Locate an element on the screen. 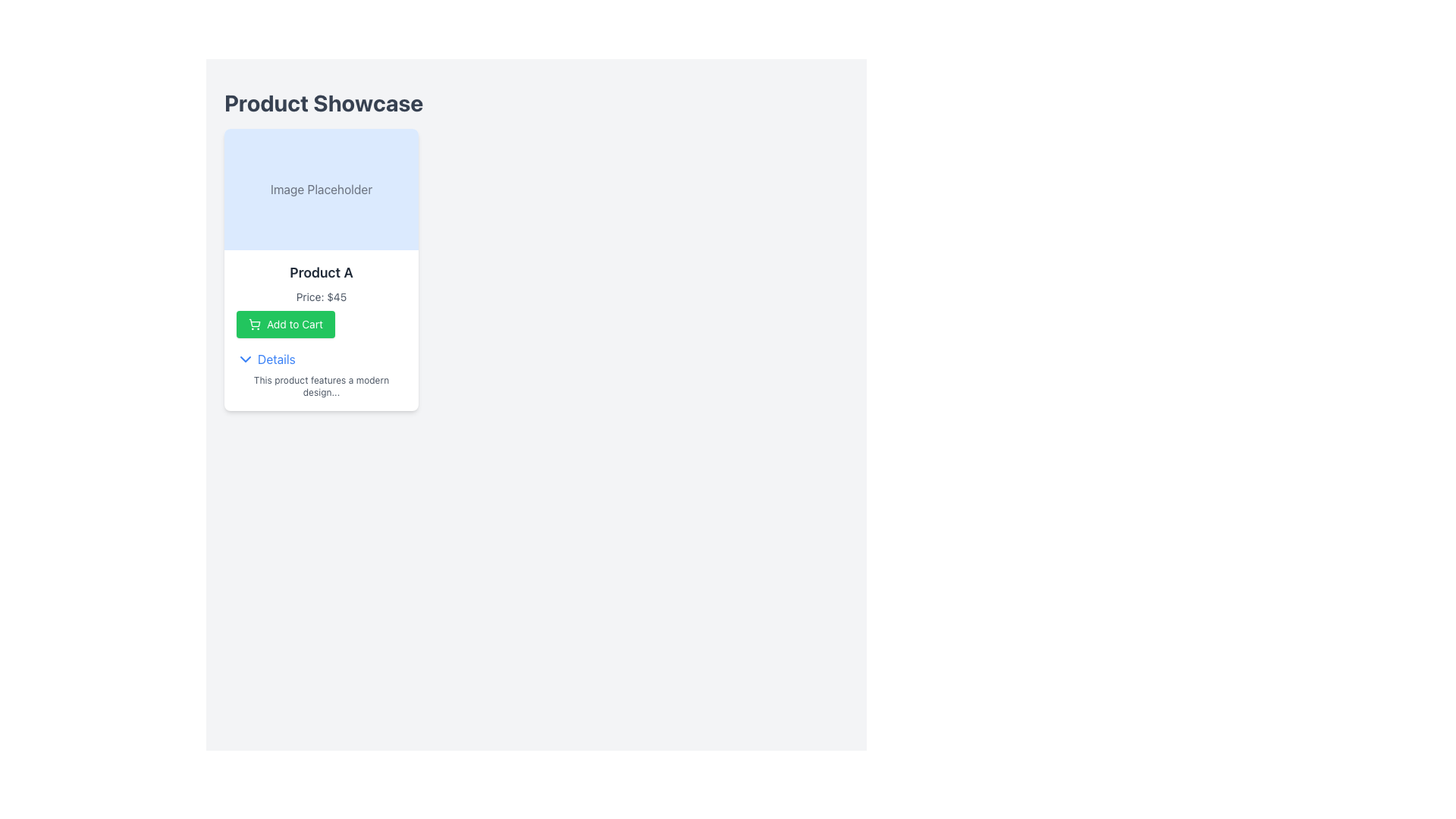  the Text label that serves as a placeholder for an image within the card layout, located centrally at the top of the card structure is located at coordinates (320, 189).